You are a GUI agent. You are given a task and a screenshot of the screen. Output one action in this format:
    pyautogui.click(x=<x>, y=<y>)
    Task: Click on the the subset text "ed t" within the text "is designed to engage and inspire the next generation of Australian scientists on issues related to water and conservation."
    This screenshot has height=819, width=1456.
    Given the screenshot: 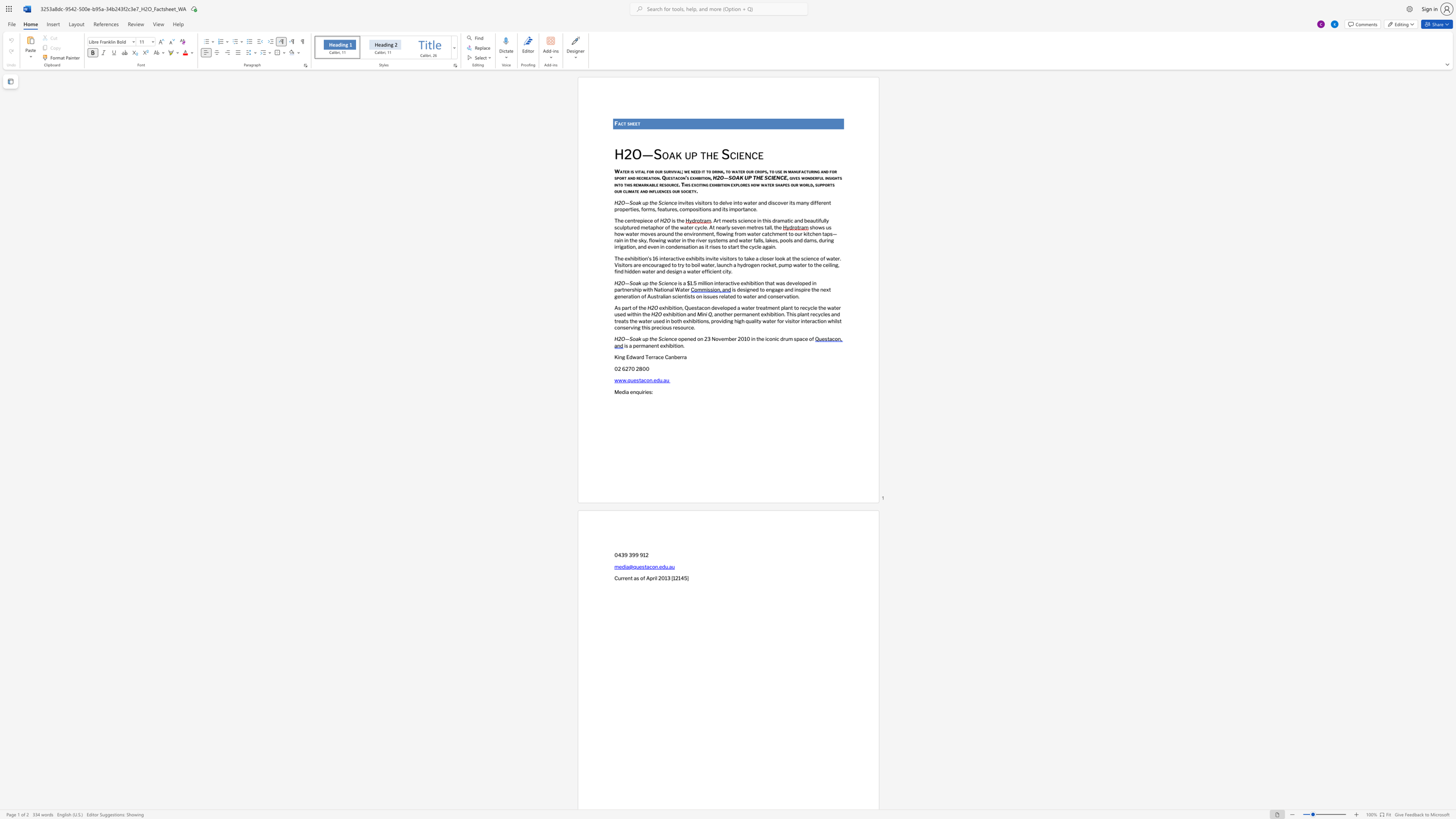 What is the action you would take?
    pyautogui.click(x=730, y=296)
    